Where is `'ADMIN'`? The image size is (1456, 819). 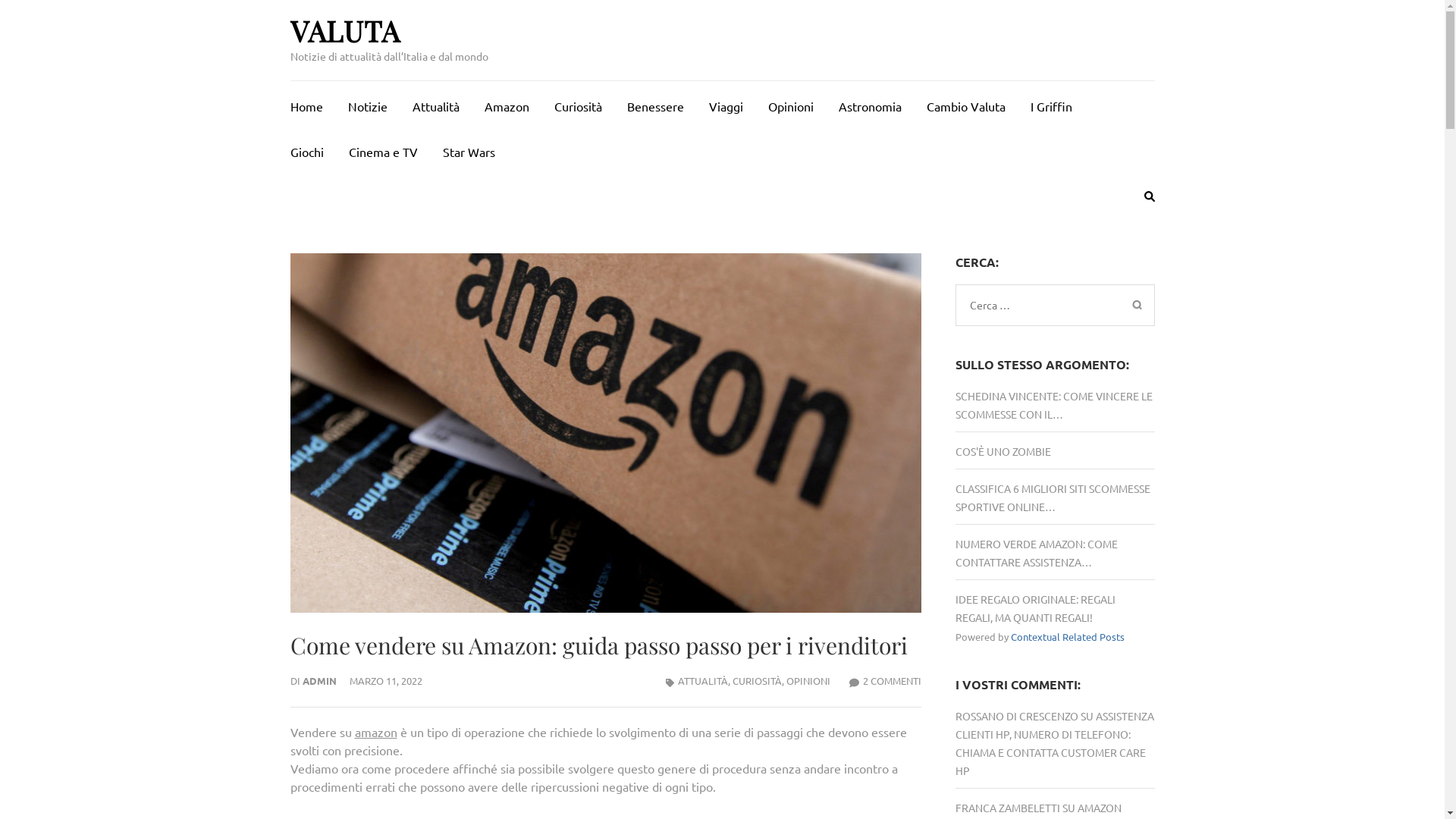 'ADMIN' is located at coordinates (318, 679).